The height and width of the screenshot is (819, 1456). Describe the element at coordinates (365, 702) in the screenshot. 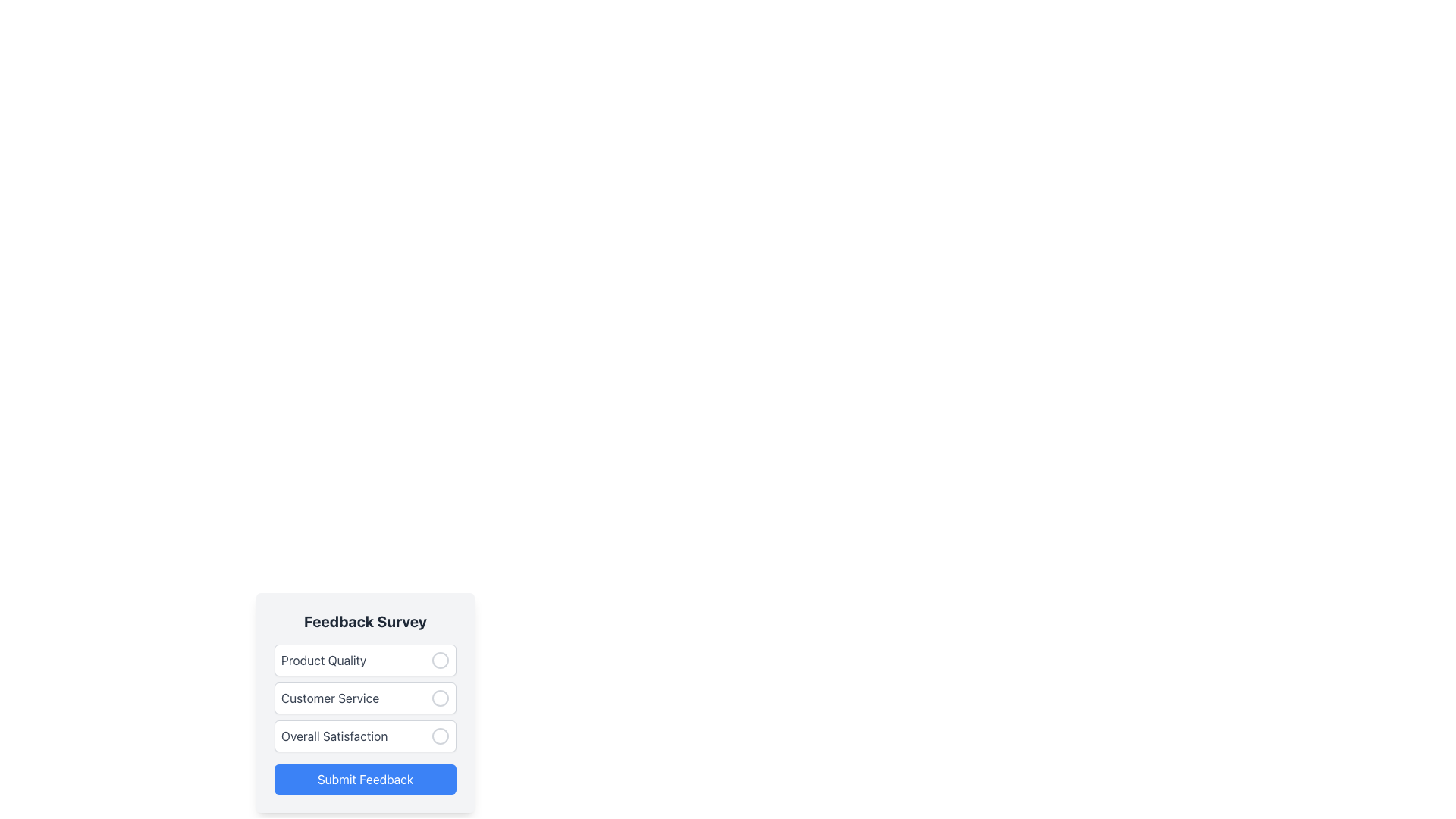

I see `the second option in the feedback survey list, which allows users to evaluate 'Customer Service' by clicking the circular selection point to the right` at that location.